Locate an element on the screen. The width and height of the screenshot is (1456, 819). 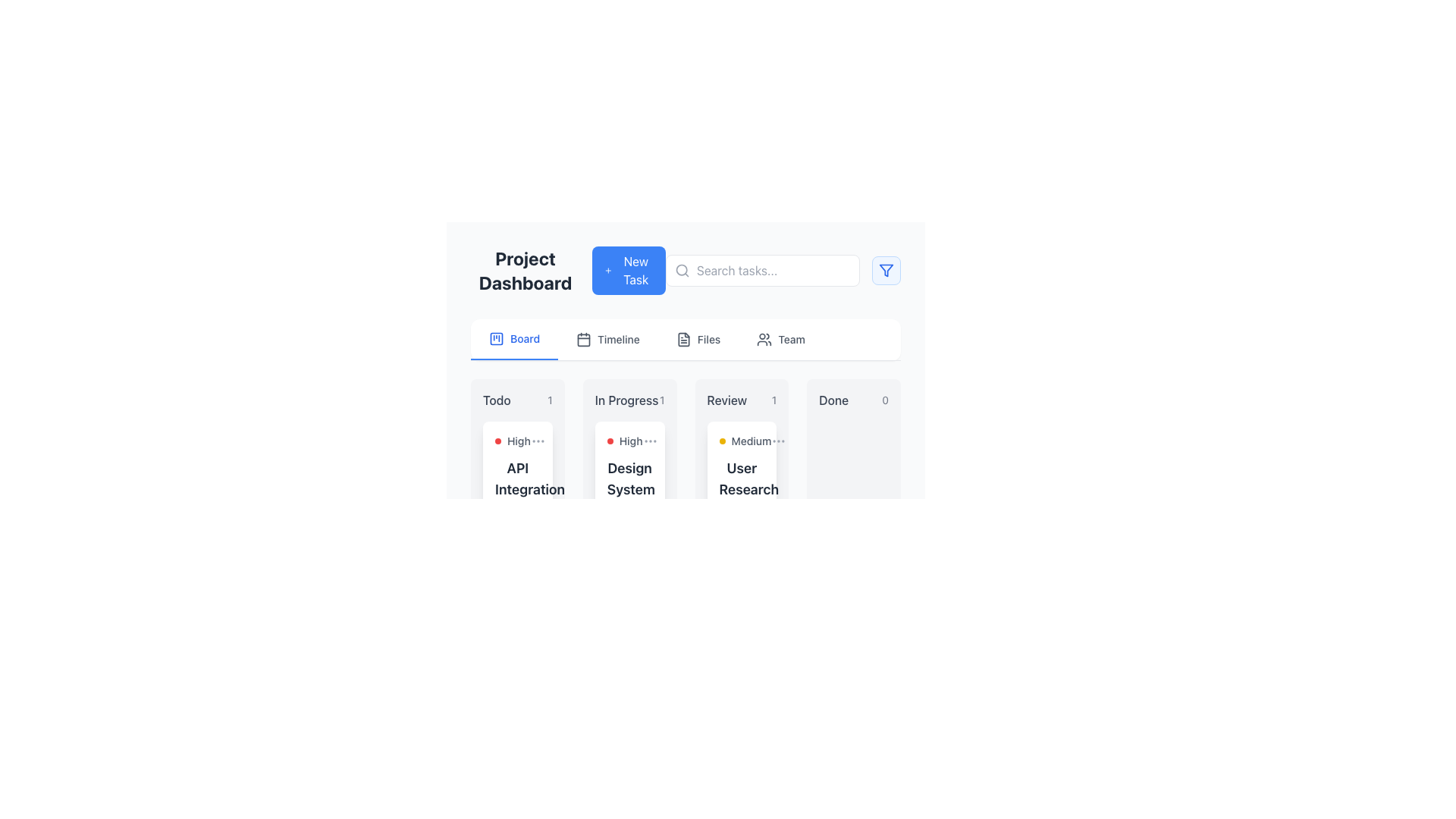
the text label representing a navigation link for the timeline feature located in the second position of the navigation bar, to the right of the calendar icon is located at coordinates (619, 338).